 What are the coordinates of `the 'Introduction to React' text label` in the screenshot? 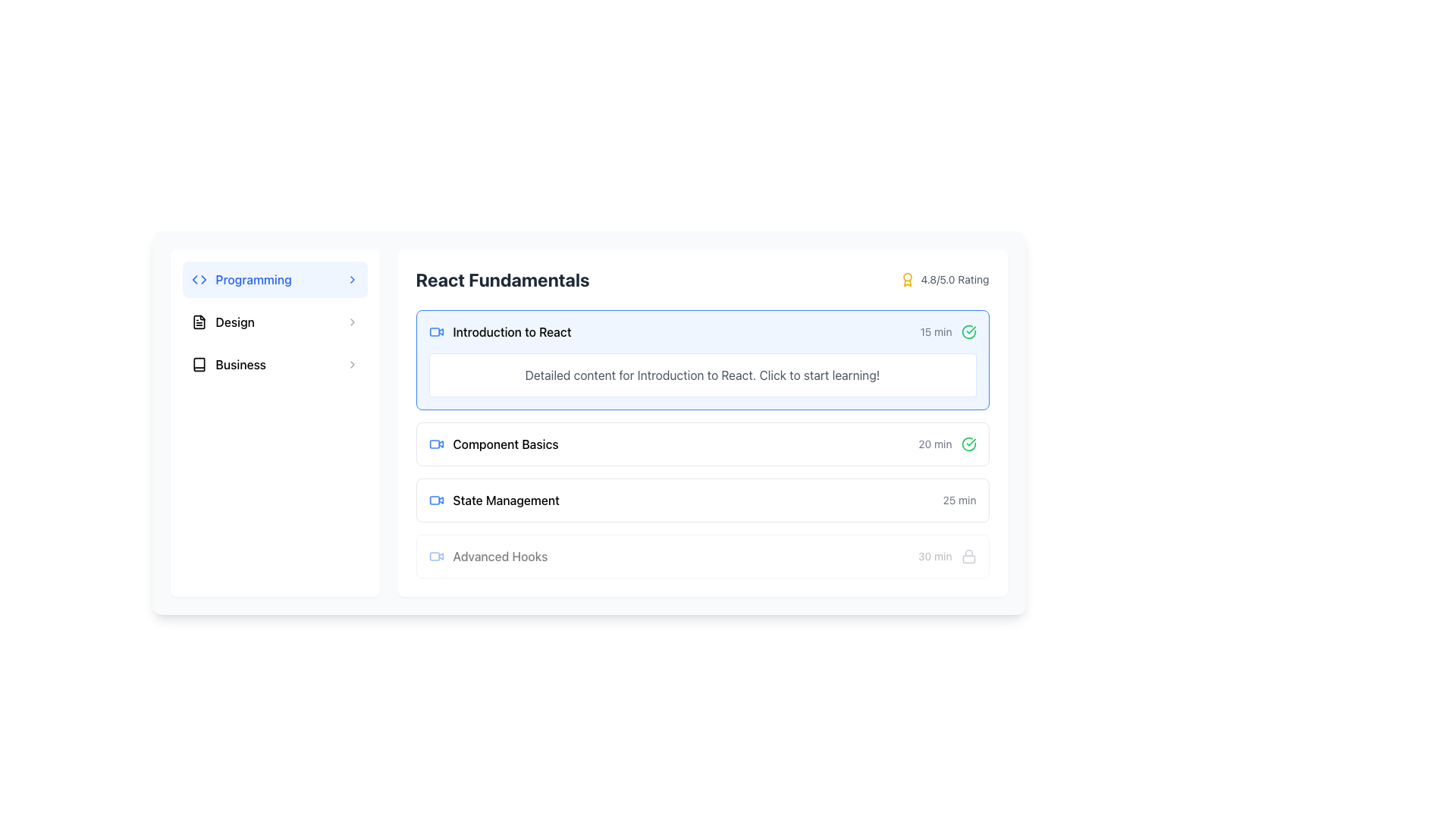 It's located at (512, 331).